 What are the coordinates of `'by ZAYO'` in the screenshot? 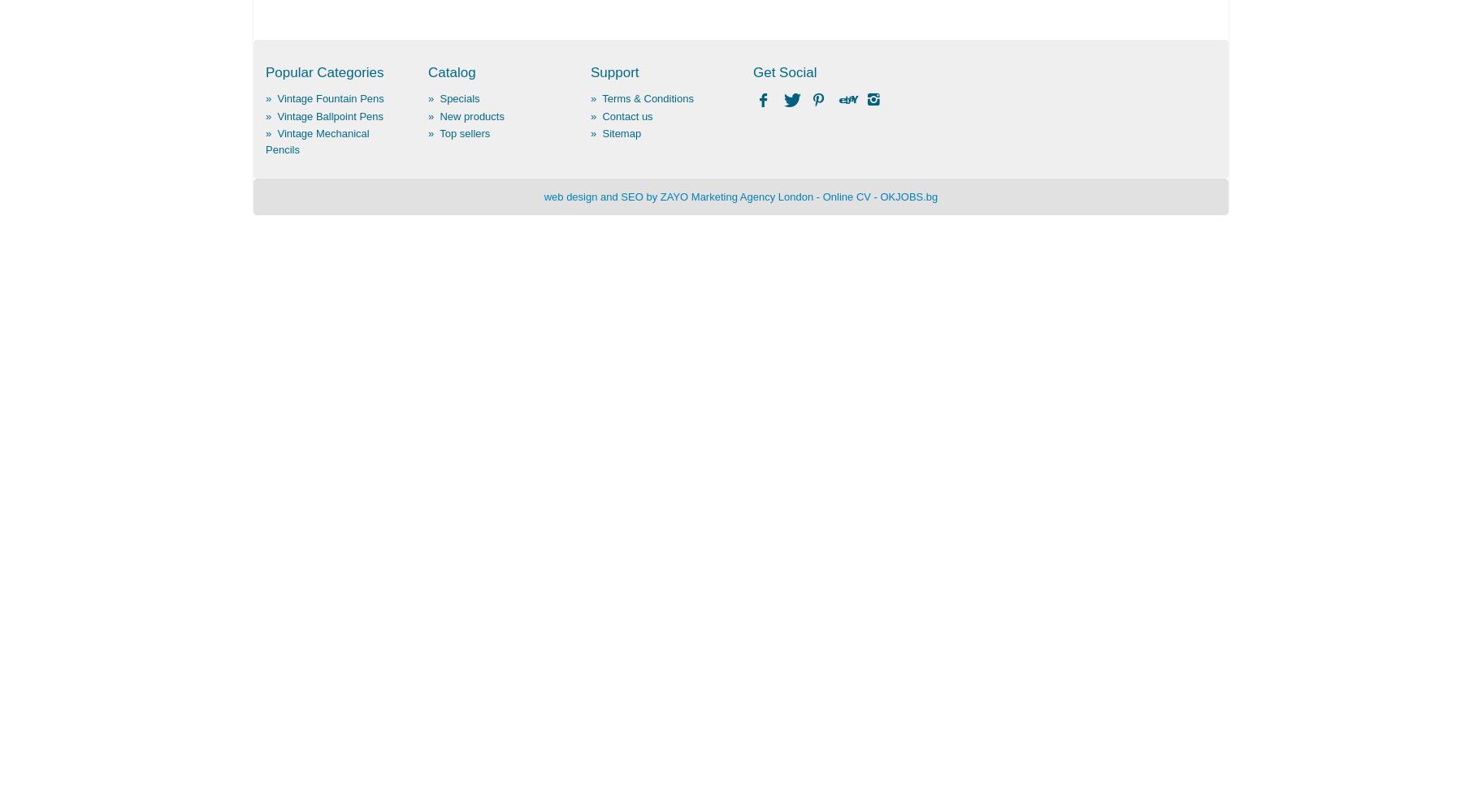 It's located at (666, 195).